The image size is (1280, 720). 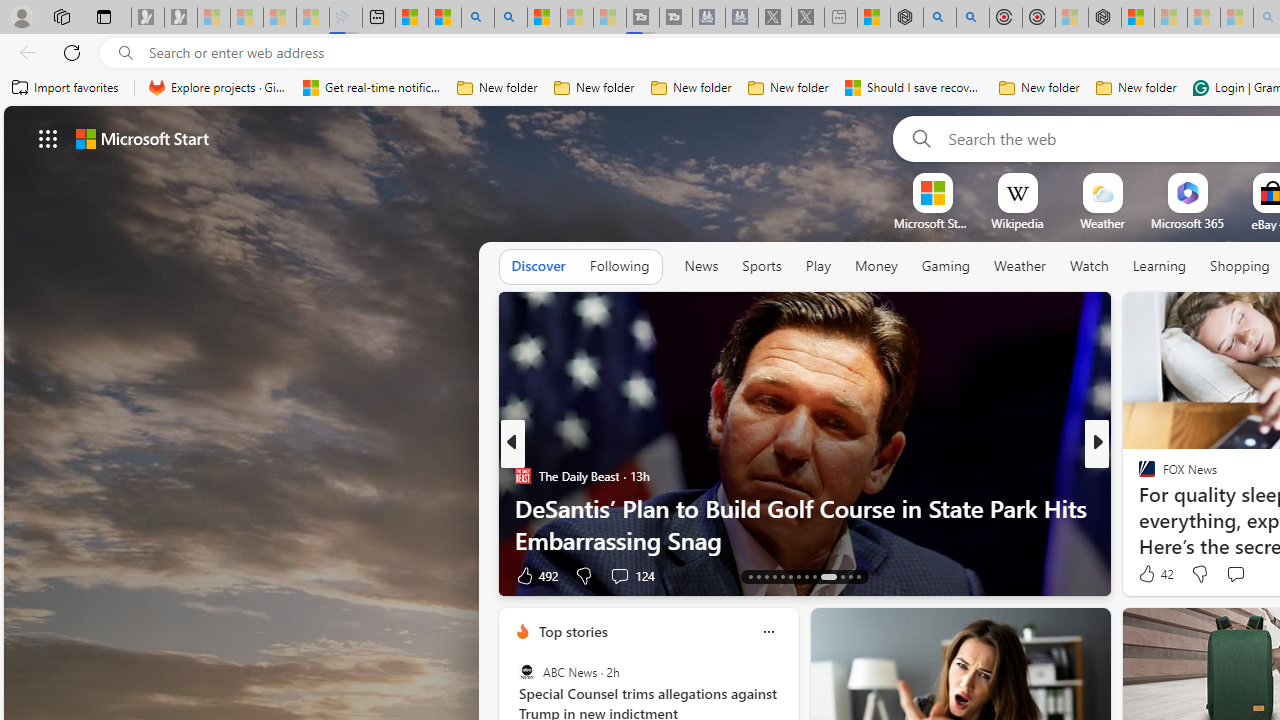 I want to click on 'AutomationID: waffle', so click(x=48, y=137).